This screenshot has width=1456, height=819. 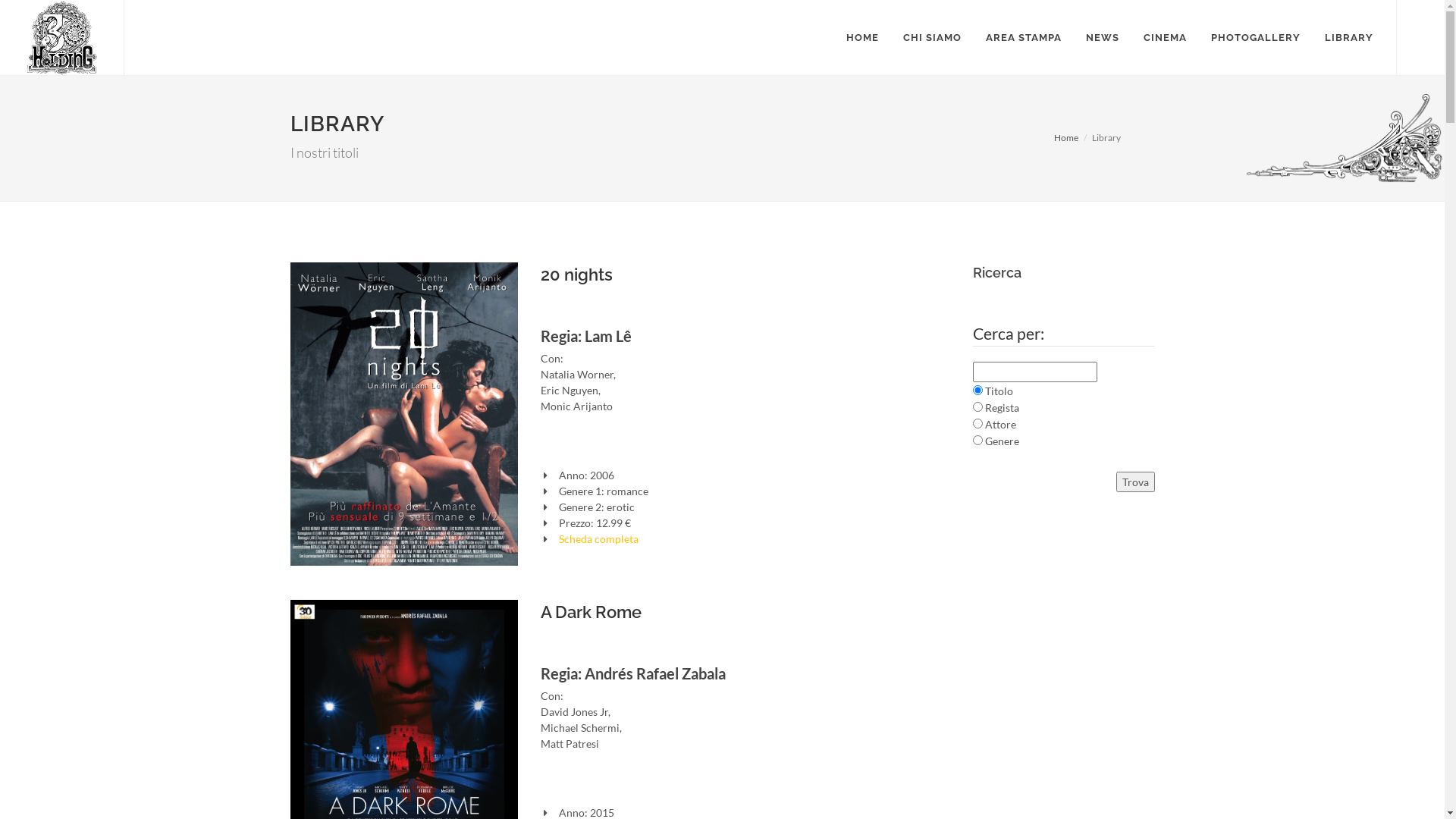 I want to click on 'CHI SIAMO', so click(x=931, y=37).